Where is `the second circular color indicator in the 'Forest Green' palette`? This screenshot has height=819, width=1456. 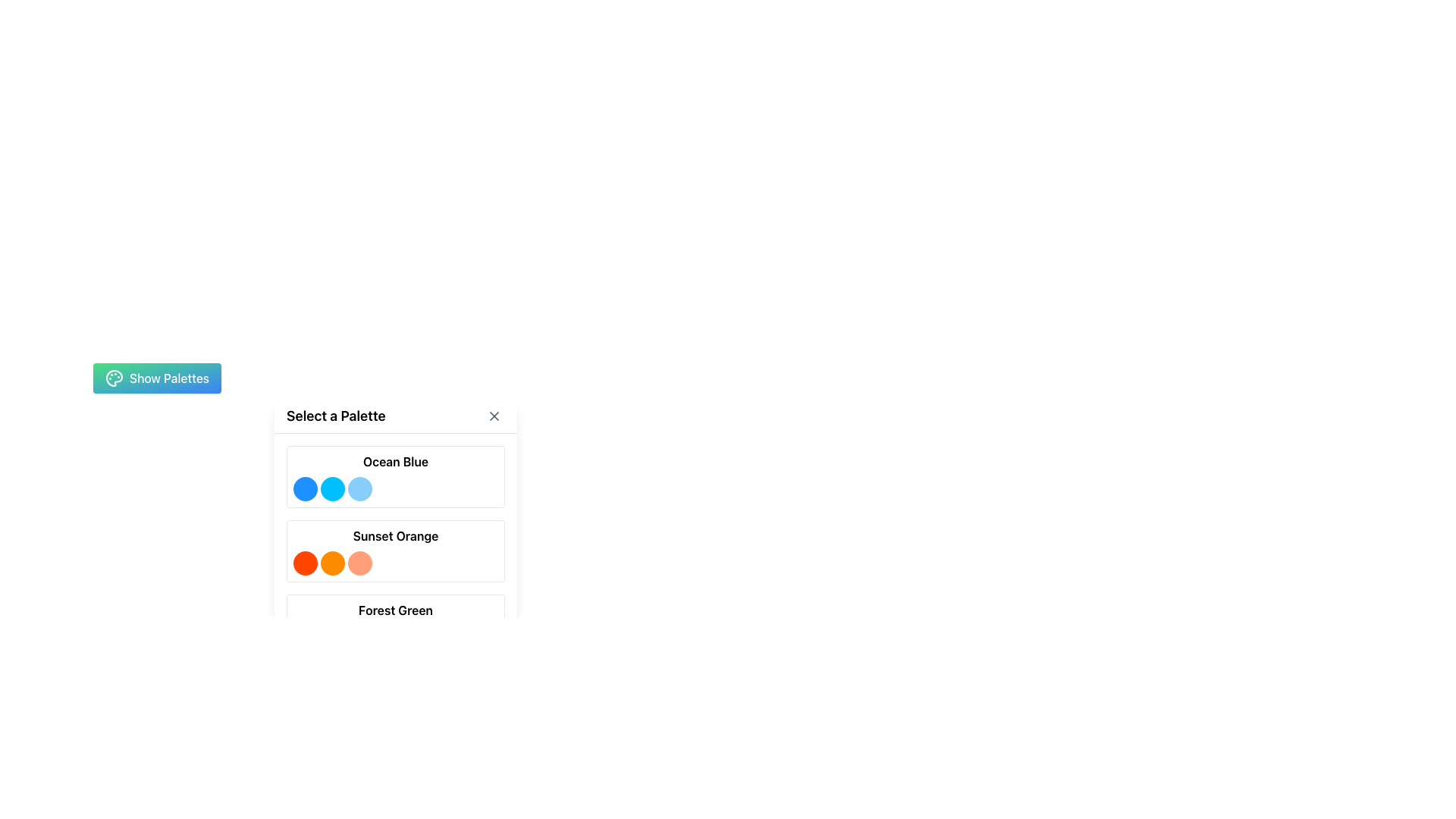 the second circular color indicator in the 'Forest Green' palette is located at coordinates (331, 637).